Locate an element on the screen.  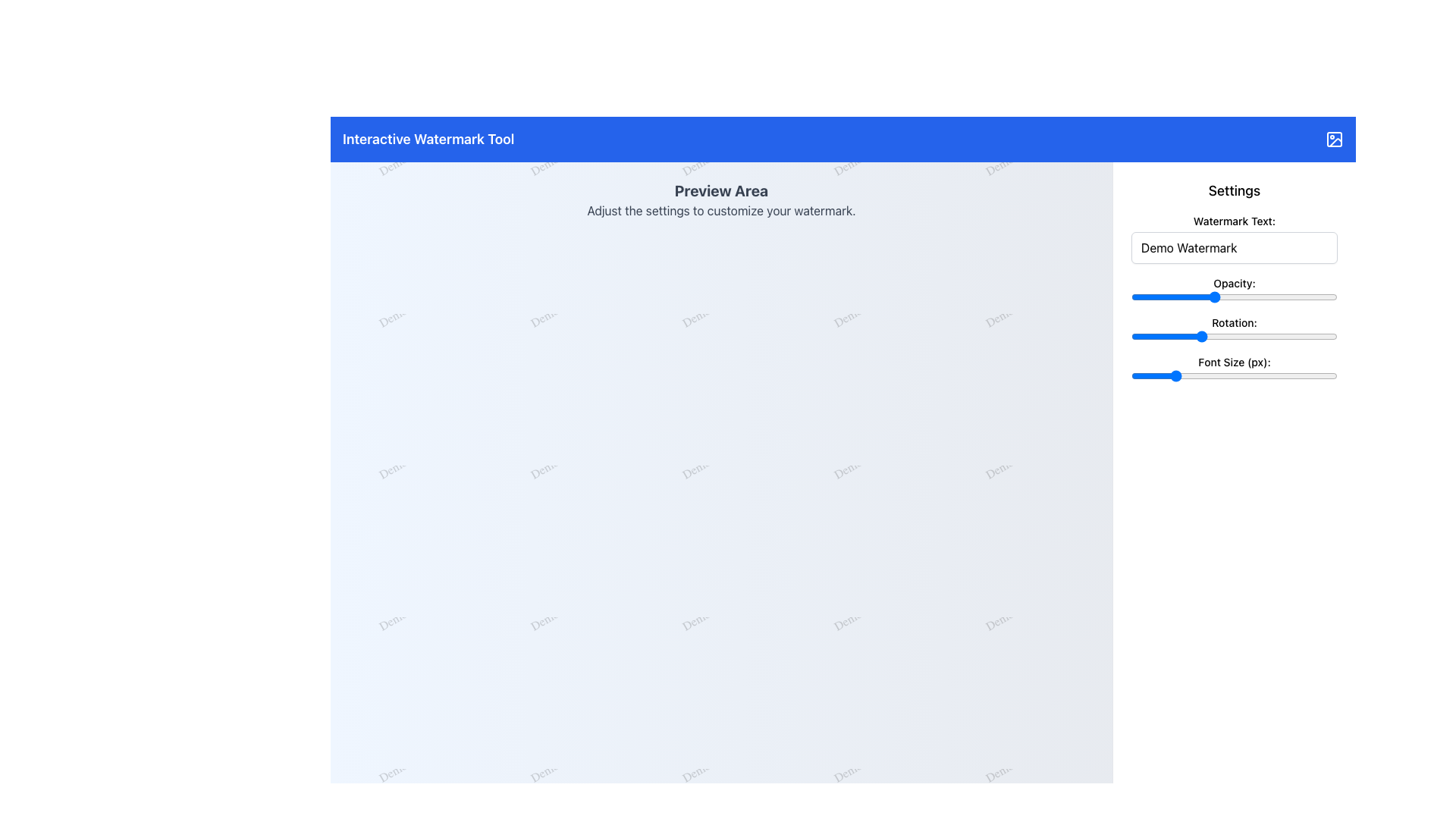
the large, bold static text label displaying 'Preview Area', which is centrally aligned at the top of the main content section is located at coordinates (720, 190).